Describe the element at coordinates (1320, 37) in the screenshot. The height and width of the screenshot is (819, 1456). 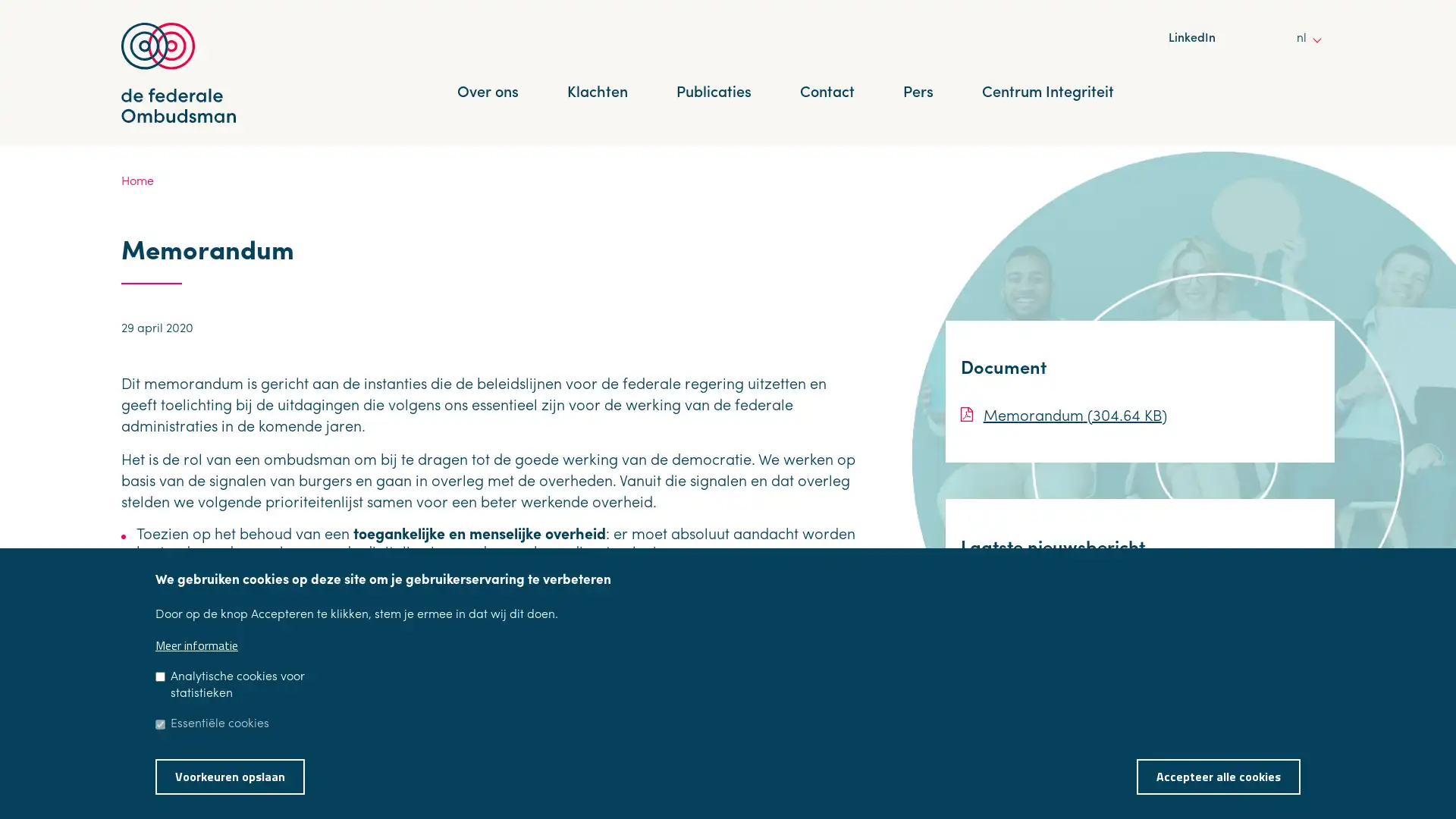
I see `other languages` at that location.